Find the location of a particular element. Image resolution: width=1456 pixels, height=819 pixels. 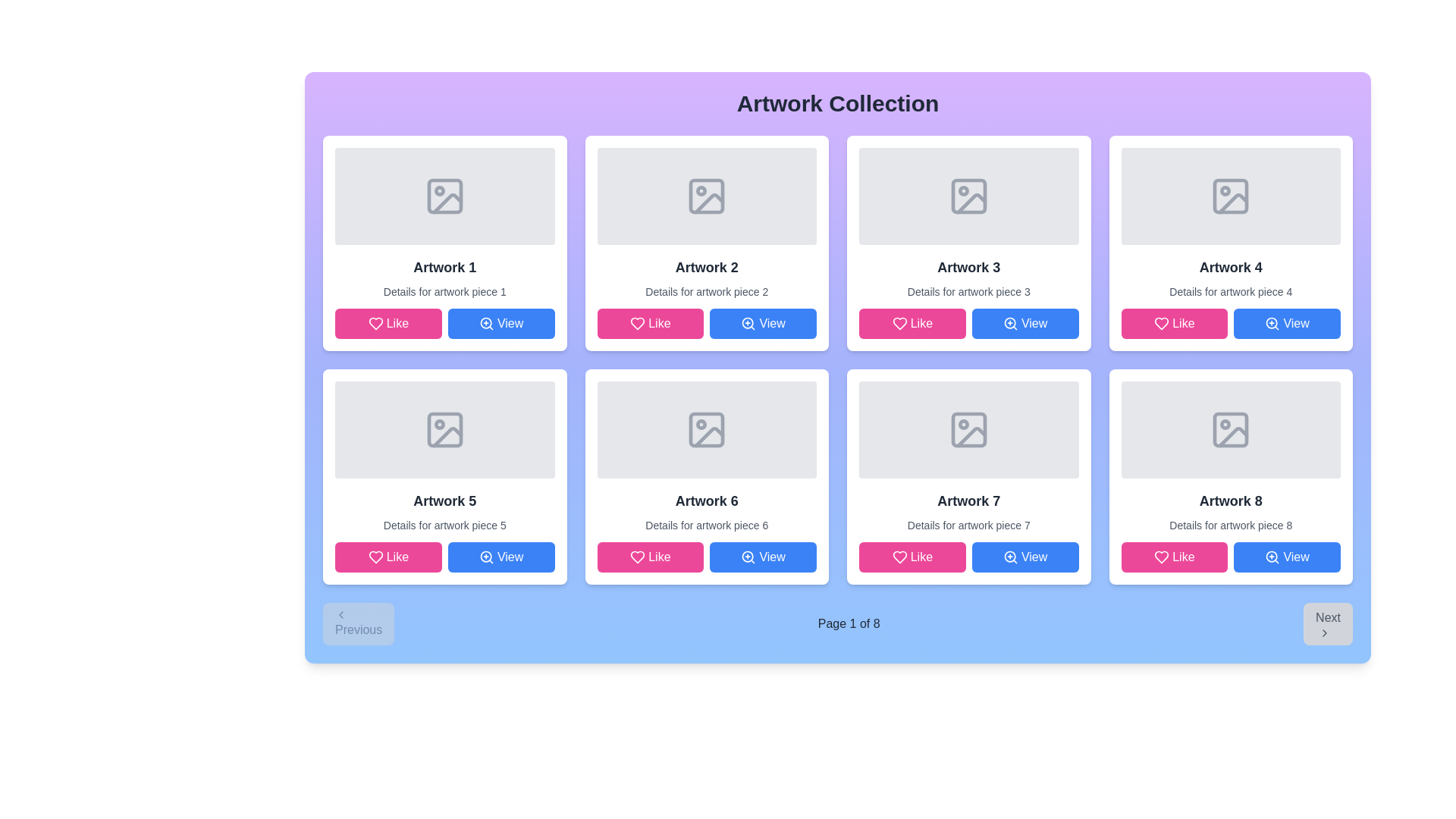

the 'Like' icon located within the button under the 'Artwork 4' card in the second row and fourth column of the grid layout is located at coordinates (1161, 323).